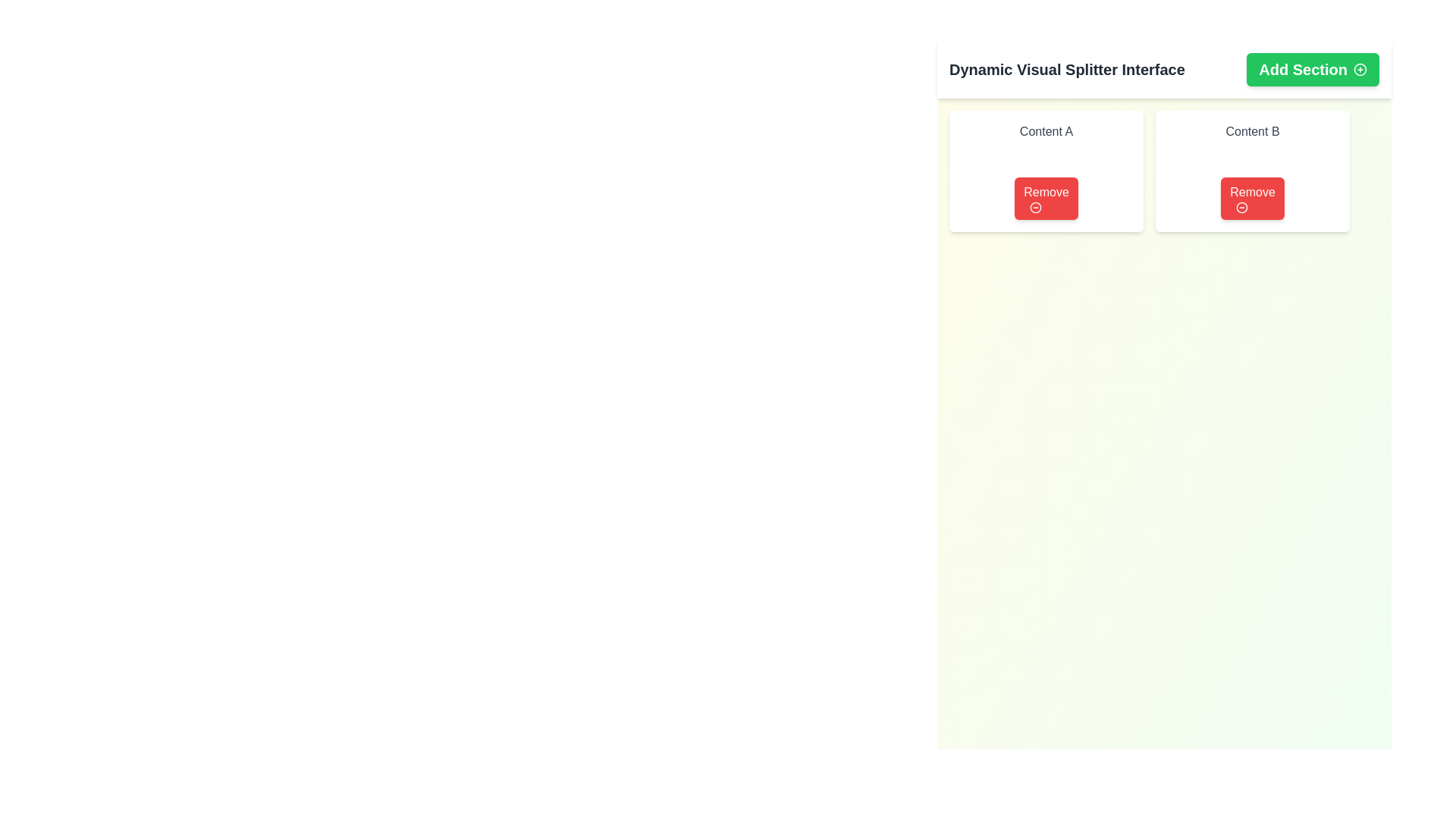  What do you see at coordinates (1252, 171) in the screenshot?
I see `the 'Remove' button at the bottom center of the card labeled 'Content B' to initiate a removal action` at bounding box center [1252, 171].